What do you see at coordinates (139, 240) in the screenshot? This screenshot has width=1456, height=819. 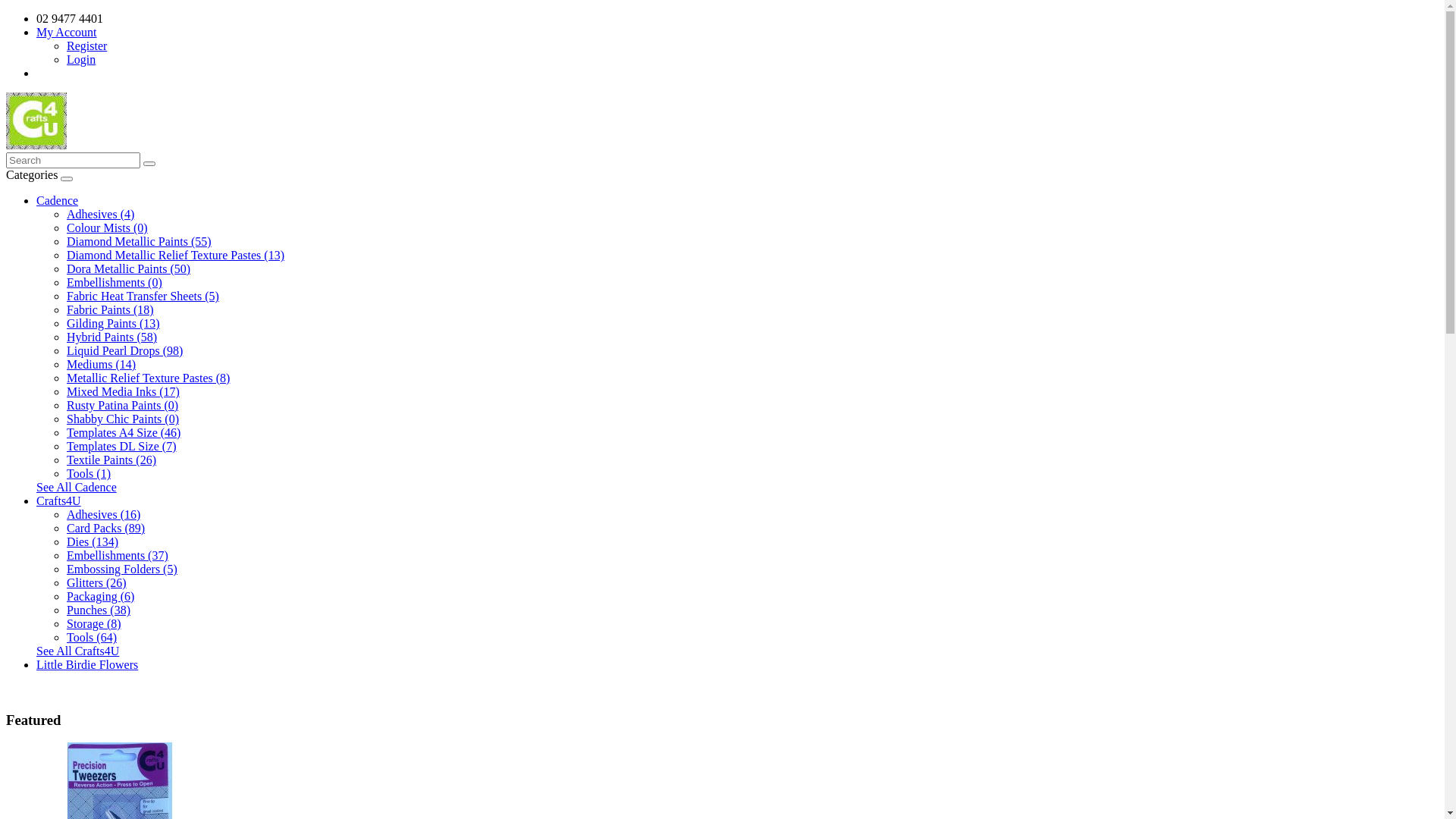 I see `'Diamond Metallic Paints (55)'` at bounding box center [139, 240].